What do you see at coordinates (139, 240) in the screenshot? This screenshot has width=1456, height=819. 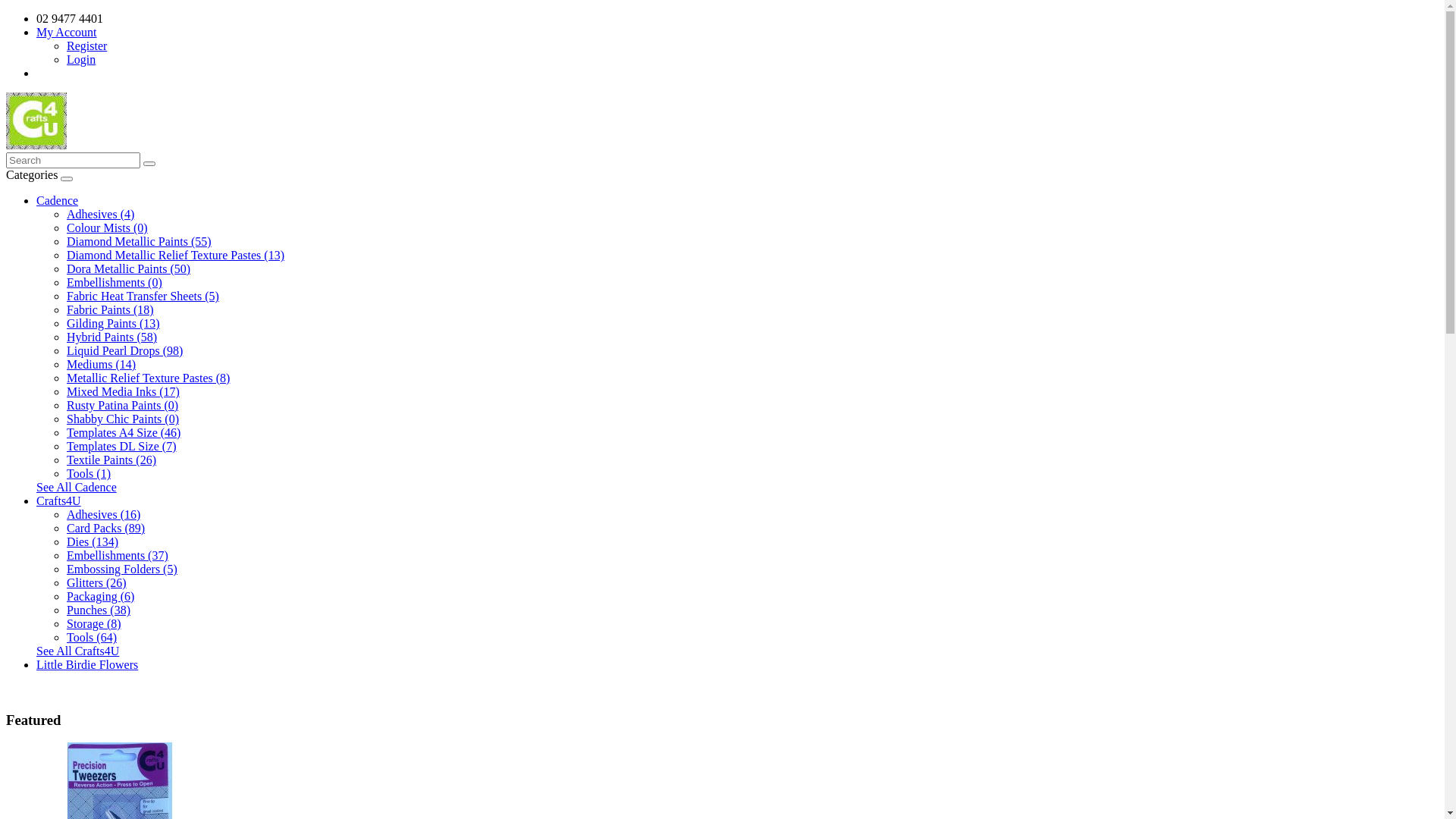 I see `'Diamond Metallic Paints (55)'` at bounding box center [139, 240].